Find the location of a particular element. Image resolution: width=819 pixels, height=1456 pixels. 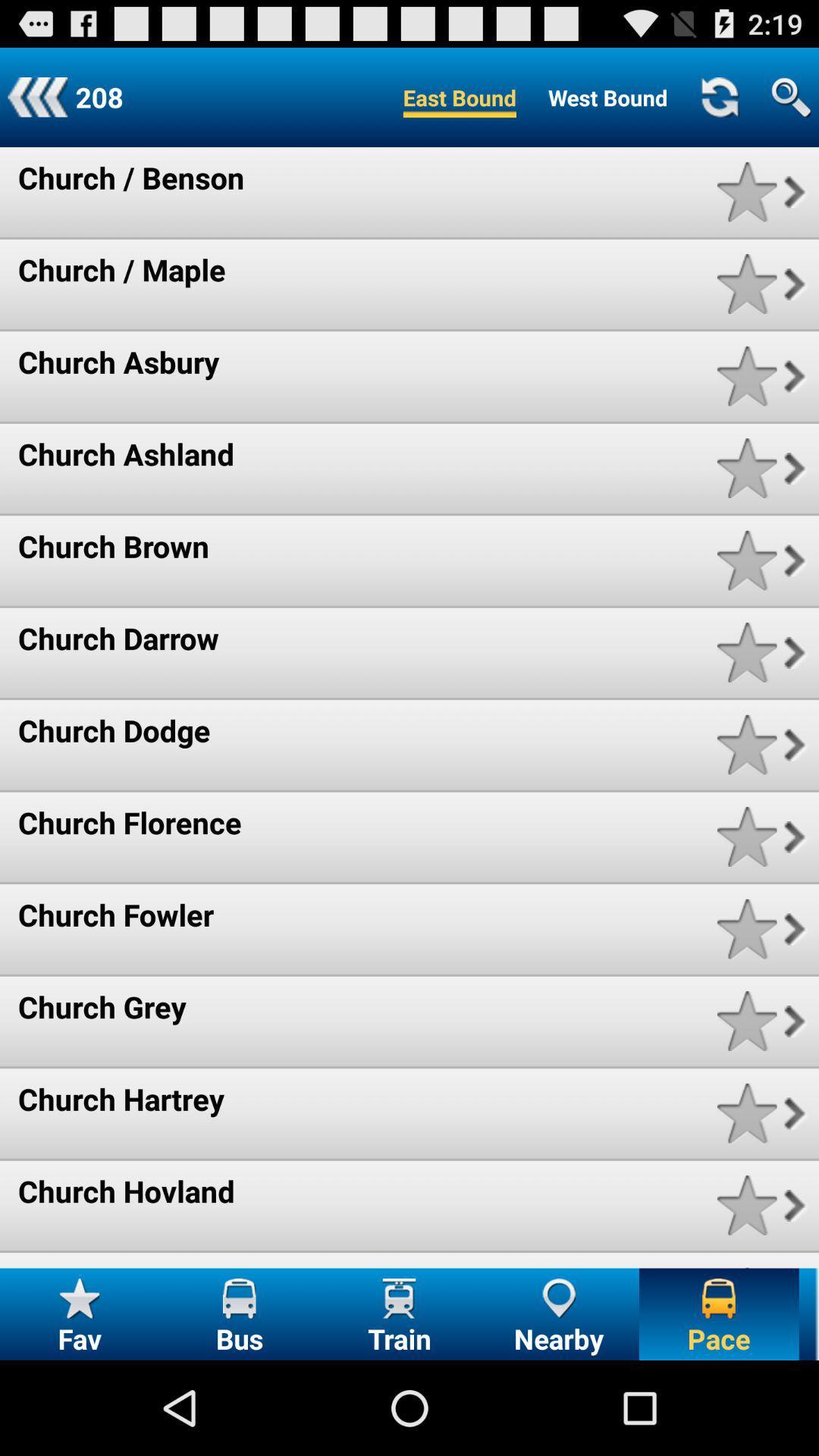

the search icon is located at coordinates (790, 103).